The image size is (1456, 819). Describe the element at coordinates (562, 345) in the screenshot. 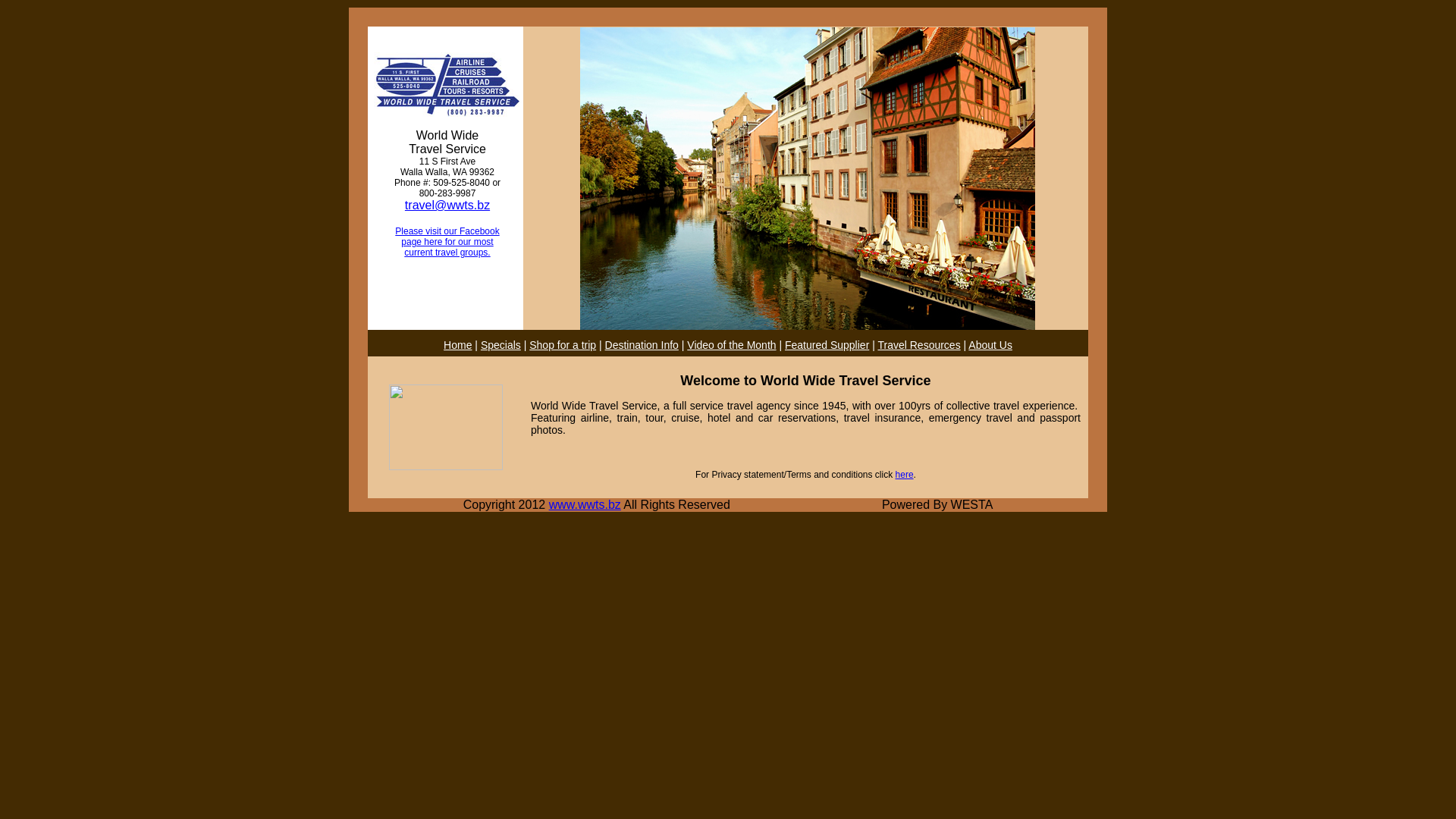

I see `'Shop for a trip'` at that location.